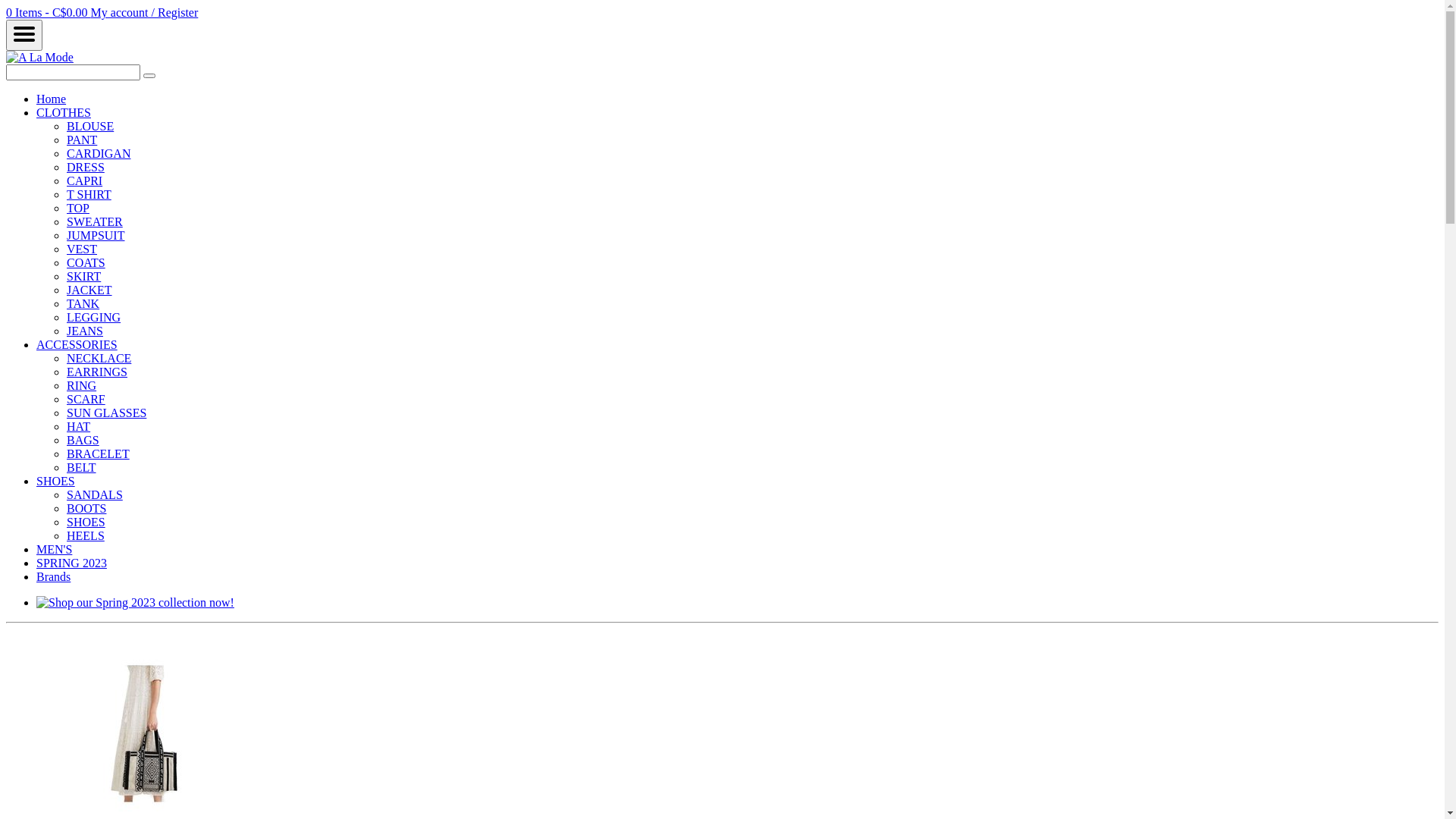  I want to click on 'EARRINGS', so click(96, 372).